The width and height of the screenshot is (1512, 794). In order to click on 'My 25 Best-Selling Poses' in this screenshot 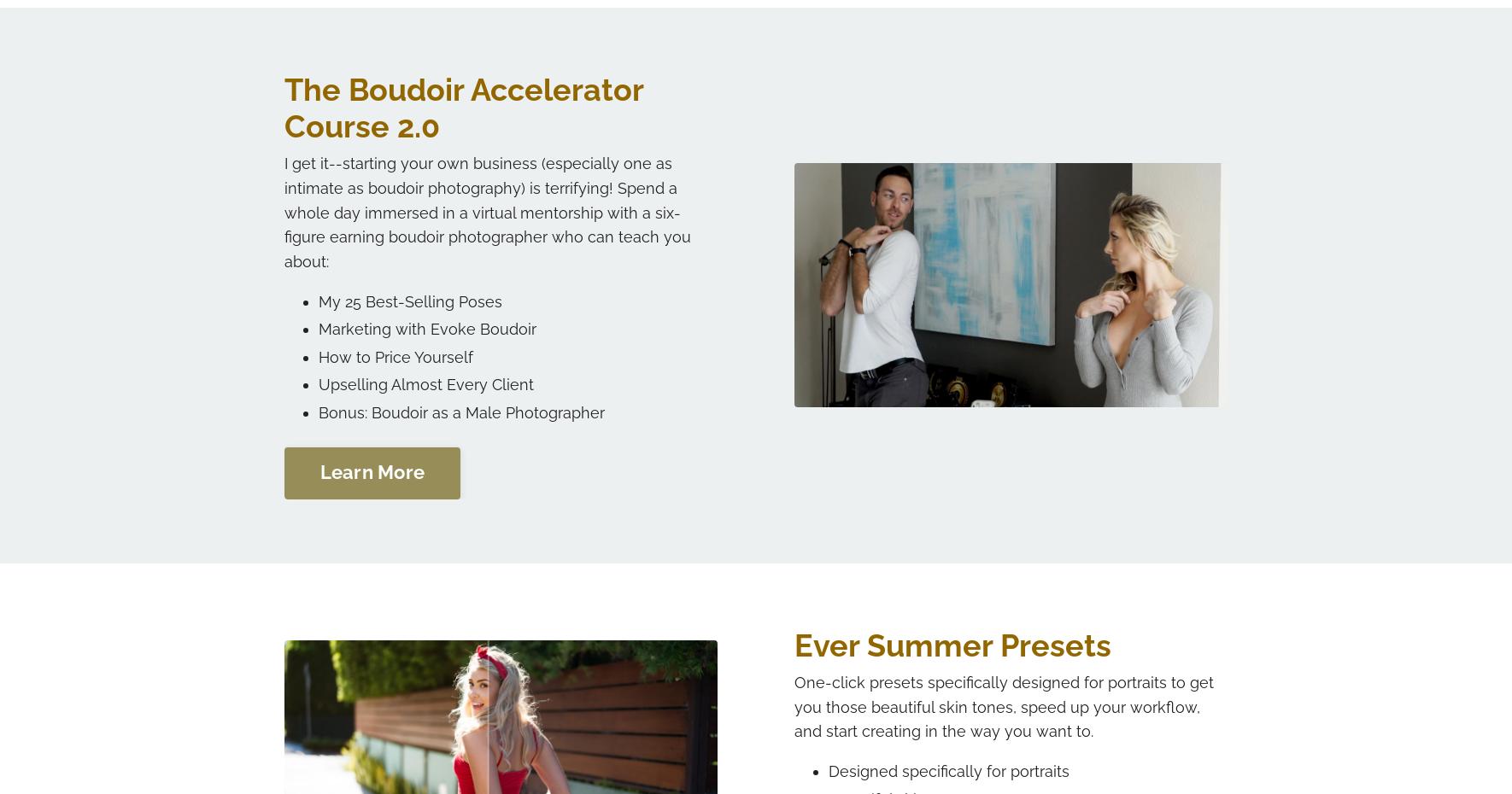, I will do `click(317, 300)`.